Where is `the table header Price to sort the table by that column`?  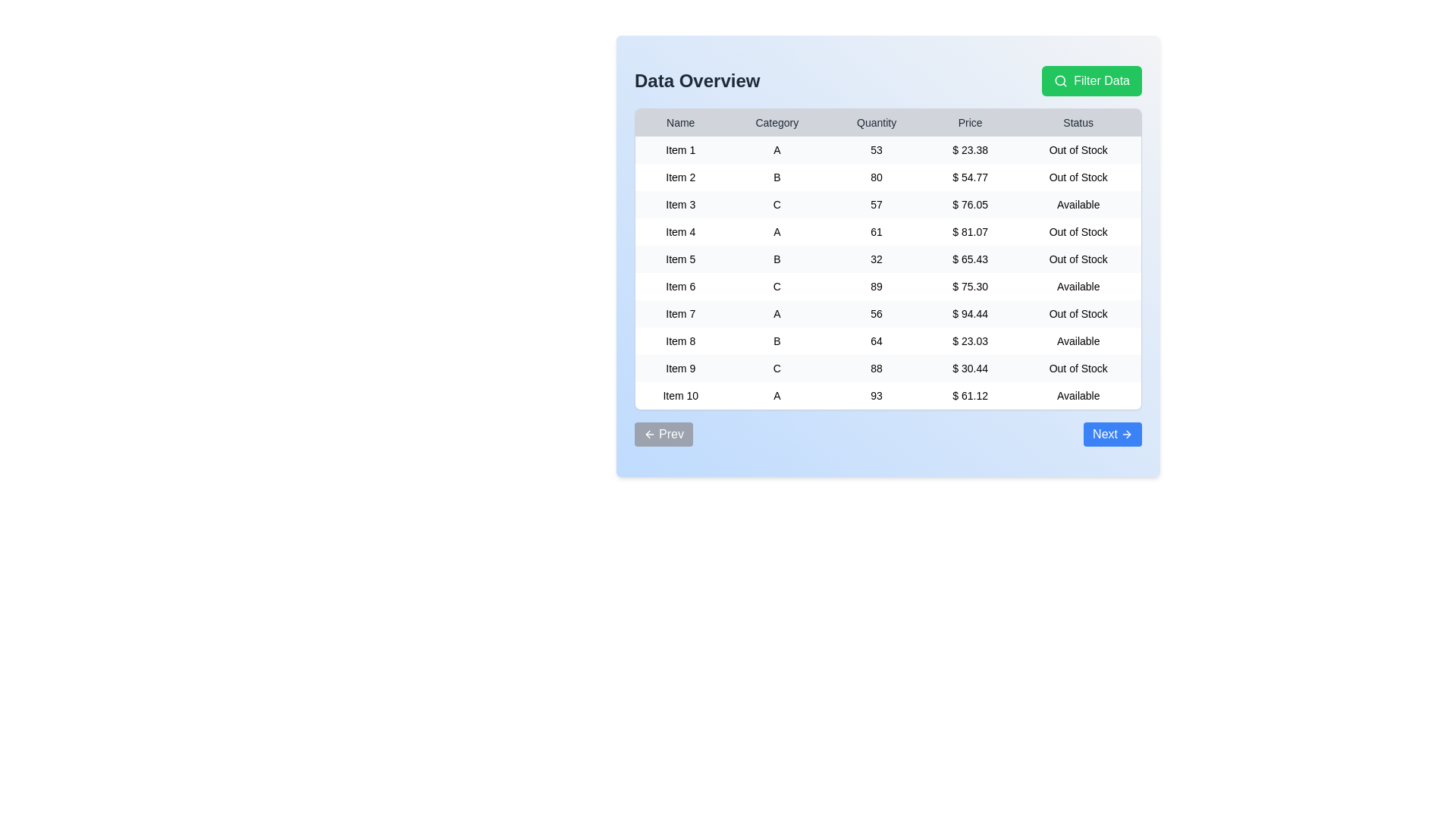 the table header Price to sort the table by that column is located at coordinates (969, 122).